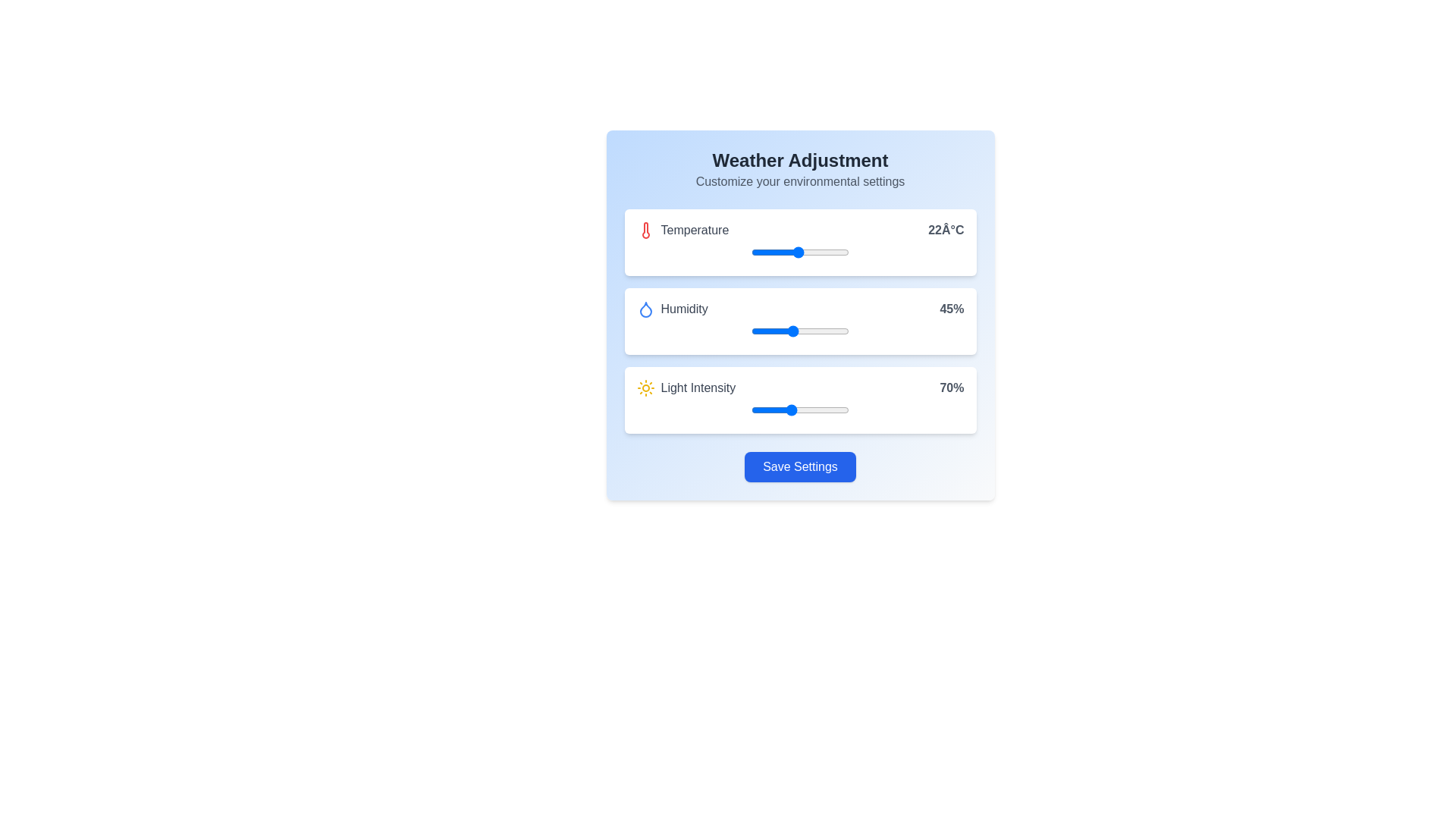  Describe the element at coordinates (751, 251) in the screenshot. I see `the temperature` at that location.